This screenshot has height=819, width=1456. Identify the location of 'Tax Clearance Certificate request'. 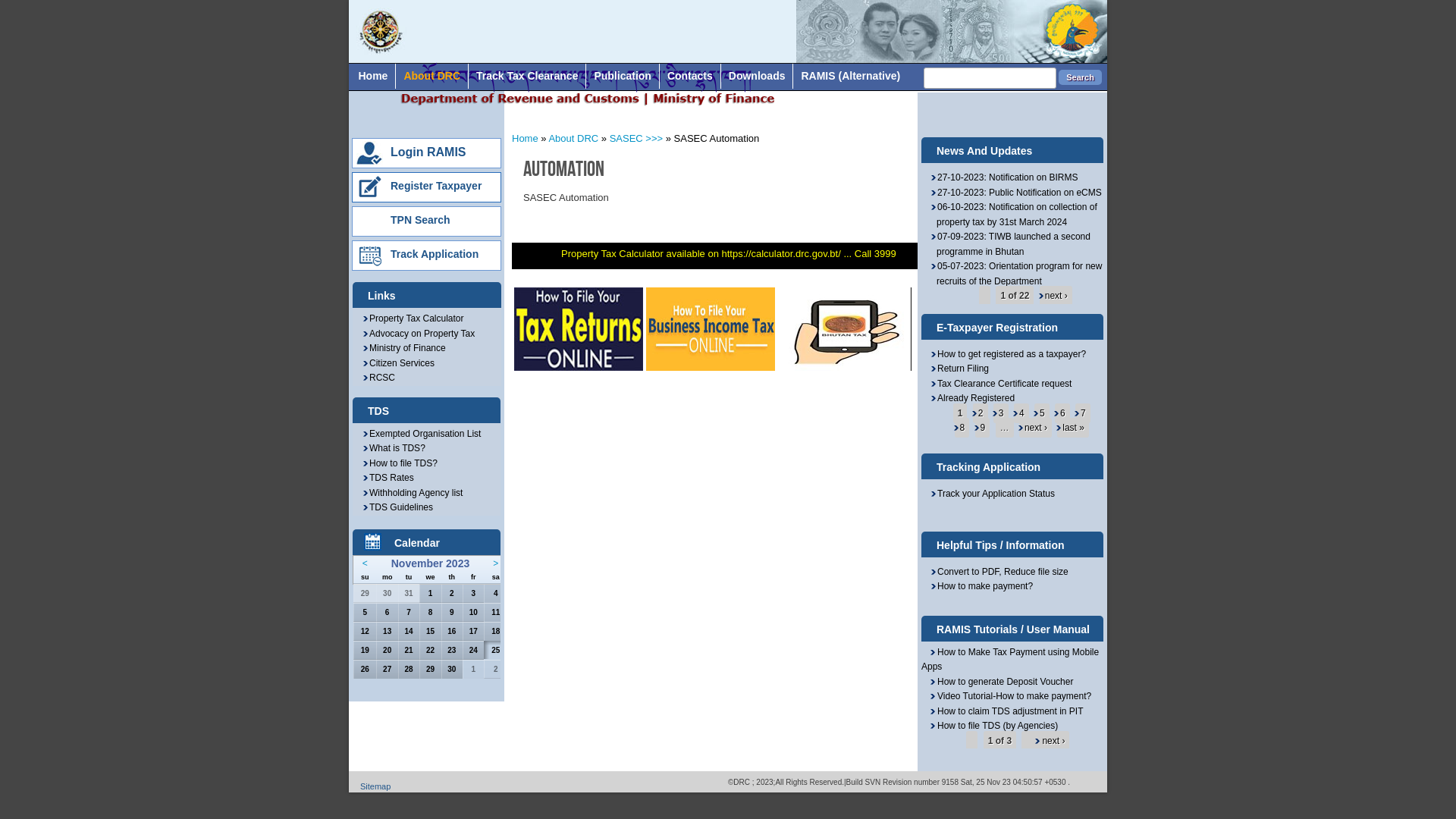
(1000, 382).